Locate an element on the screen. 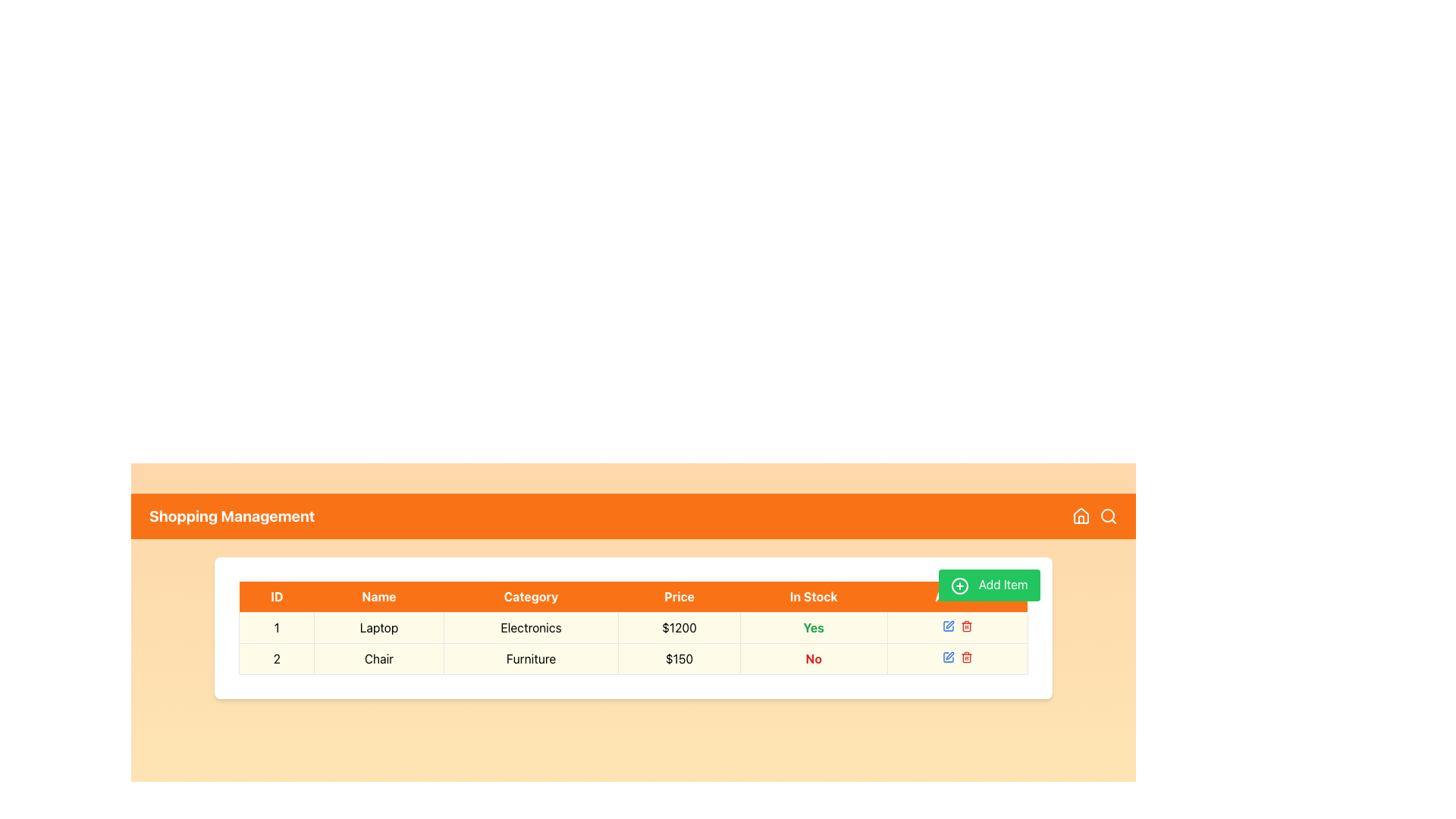 The width and height of the screenshot is (1456, 819). the small red trash can icon button used to indicate a delete function for the 'Chair' entry in the table is located at coordinates (965, 657).